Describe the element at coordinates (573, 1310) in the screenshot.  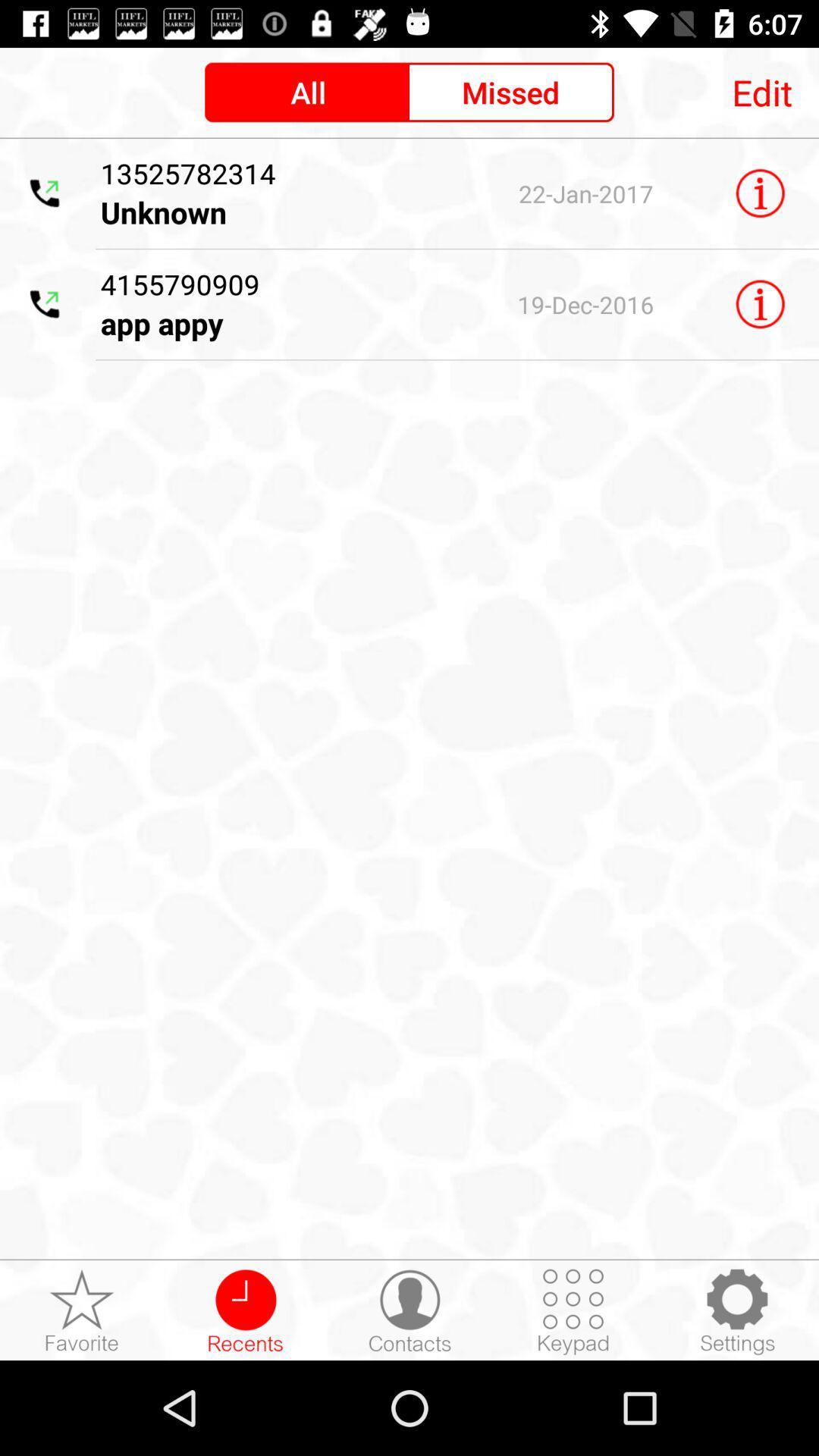
I see `the dialpad icon` at that location.